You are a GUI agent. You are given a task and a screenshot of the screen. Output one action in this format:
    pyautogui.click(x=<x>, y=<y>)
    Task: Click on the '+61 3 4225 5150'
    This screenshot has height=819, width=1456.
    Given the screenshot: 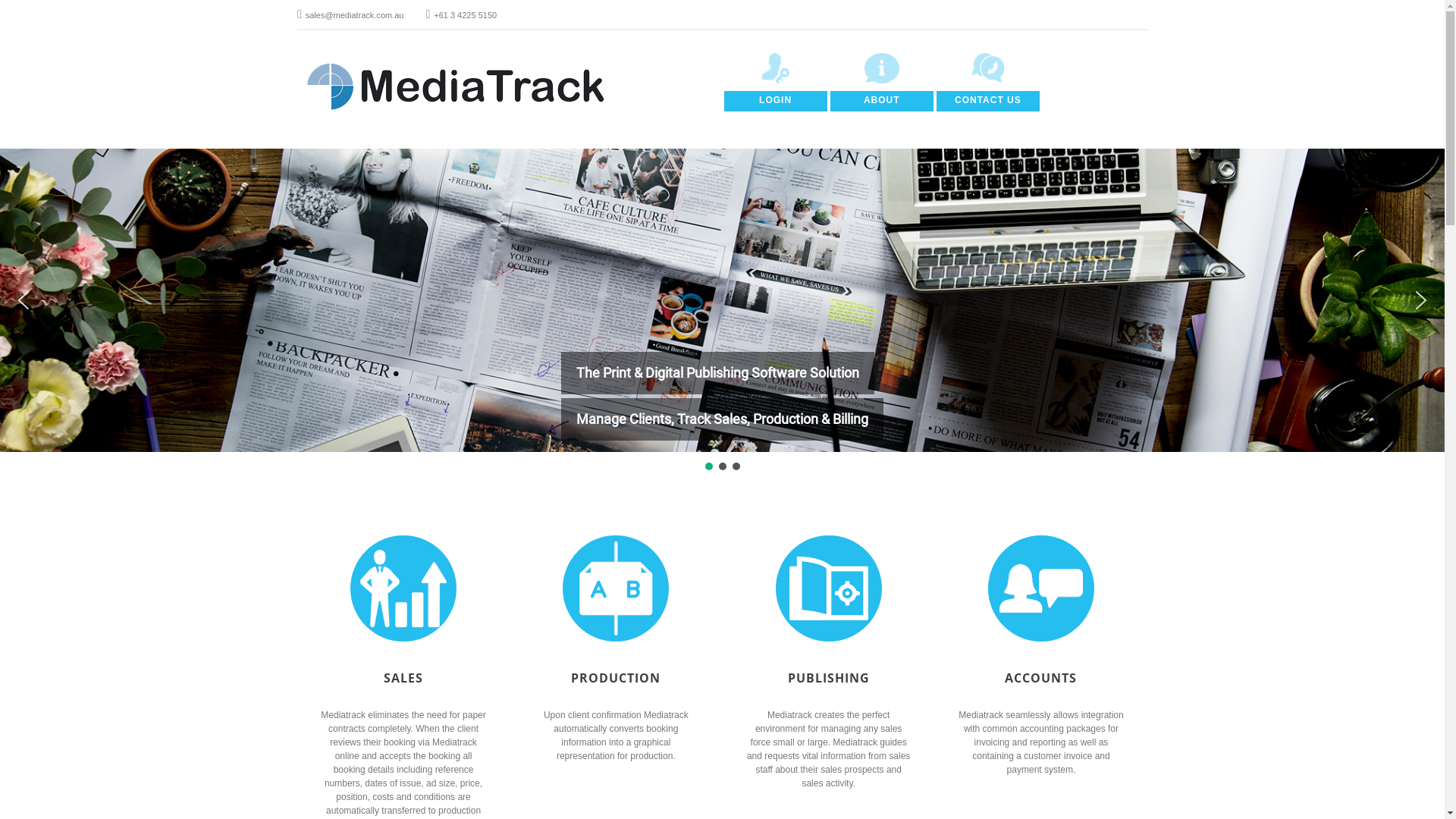 What is the action you would take?
    pyautogui.click(x=425, y=14)
    